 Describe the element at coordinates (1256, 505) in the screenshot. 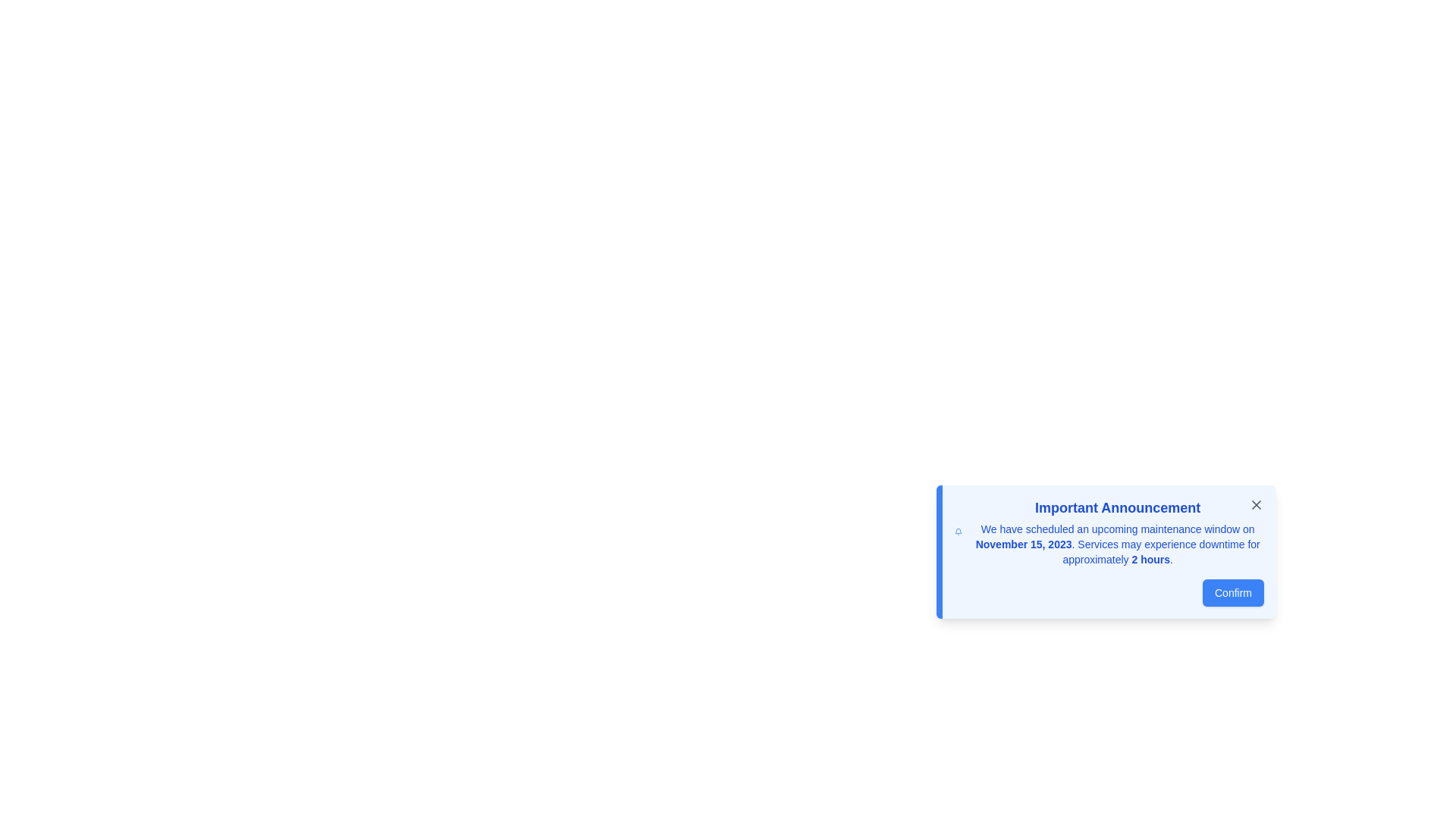

I see `the circular button with an 'X' icon in the center located in the top-right corner of the notification dialog box` at that location.